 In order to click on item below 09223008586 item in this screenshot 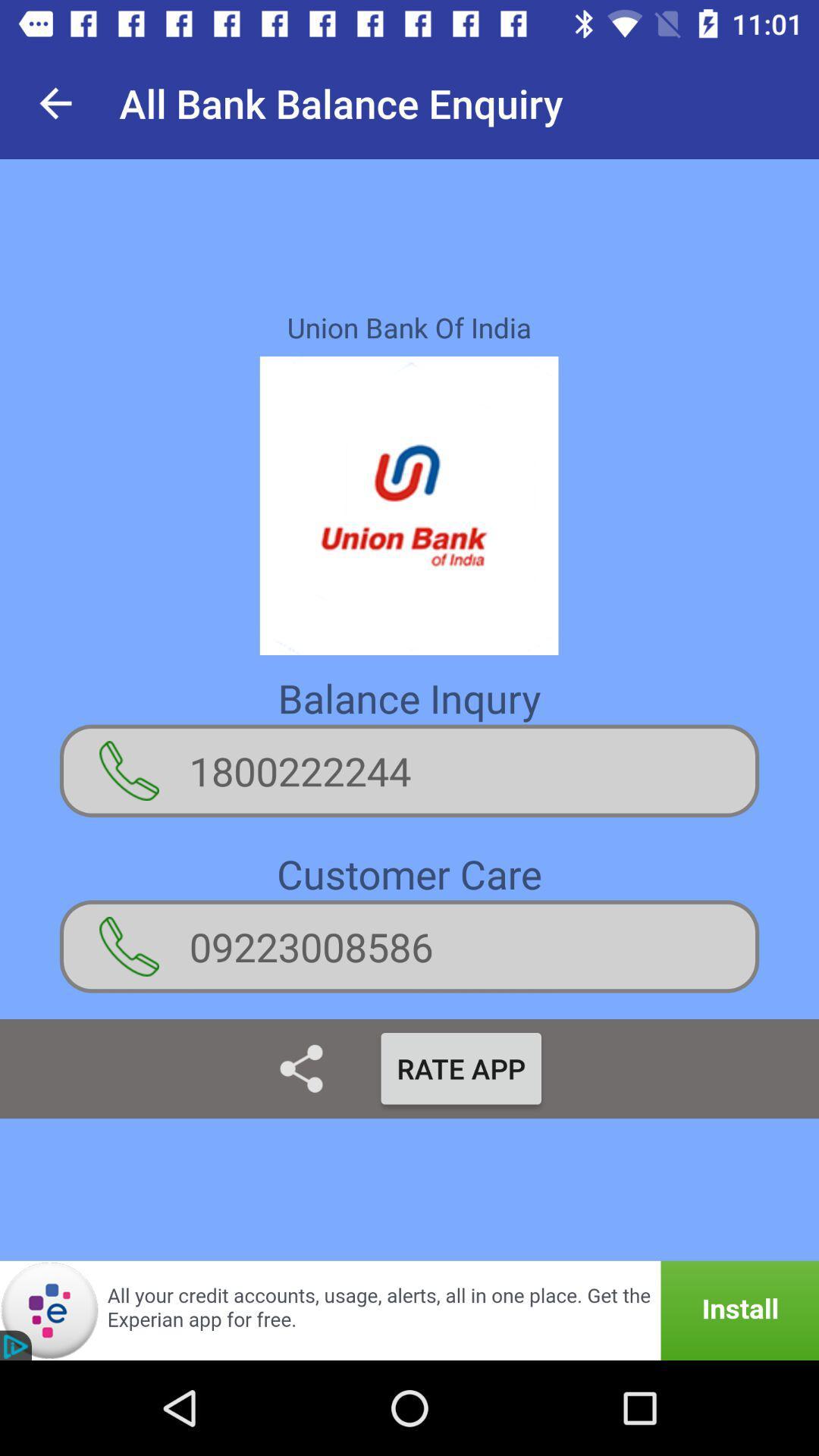, I will do `click(460, 1068)`.